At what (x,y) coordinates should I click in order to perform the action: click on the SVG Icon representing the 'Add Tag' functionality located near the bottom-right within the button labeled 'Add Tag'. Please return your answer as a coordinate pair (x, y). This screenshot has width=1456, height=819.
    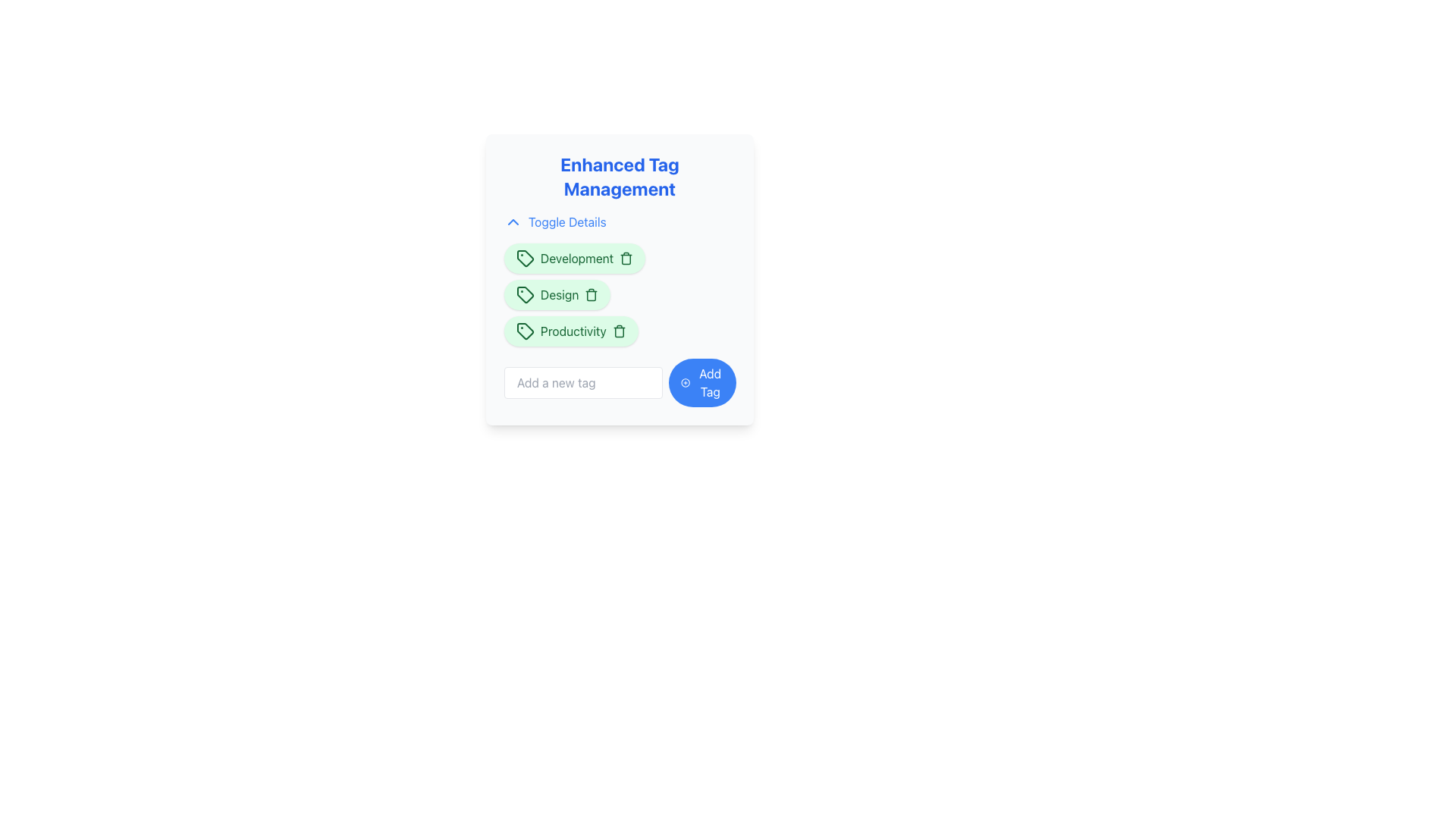
    Looking at the image, I should click on (684, 382).